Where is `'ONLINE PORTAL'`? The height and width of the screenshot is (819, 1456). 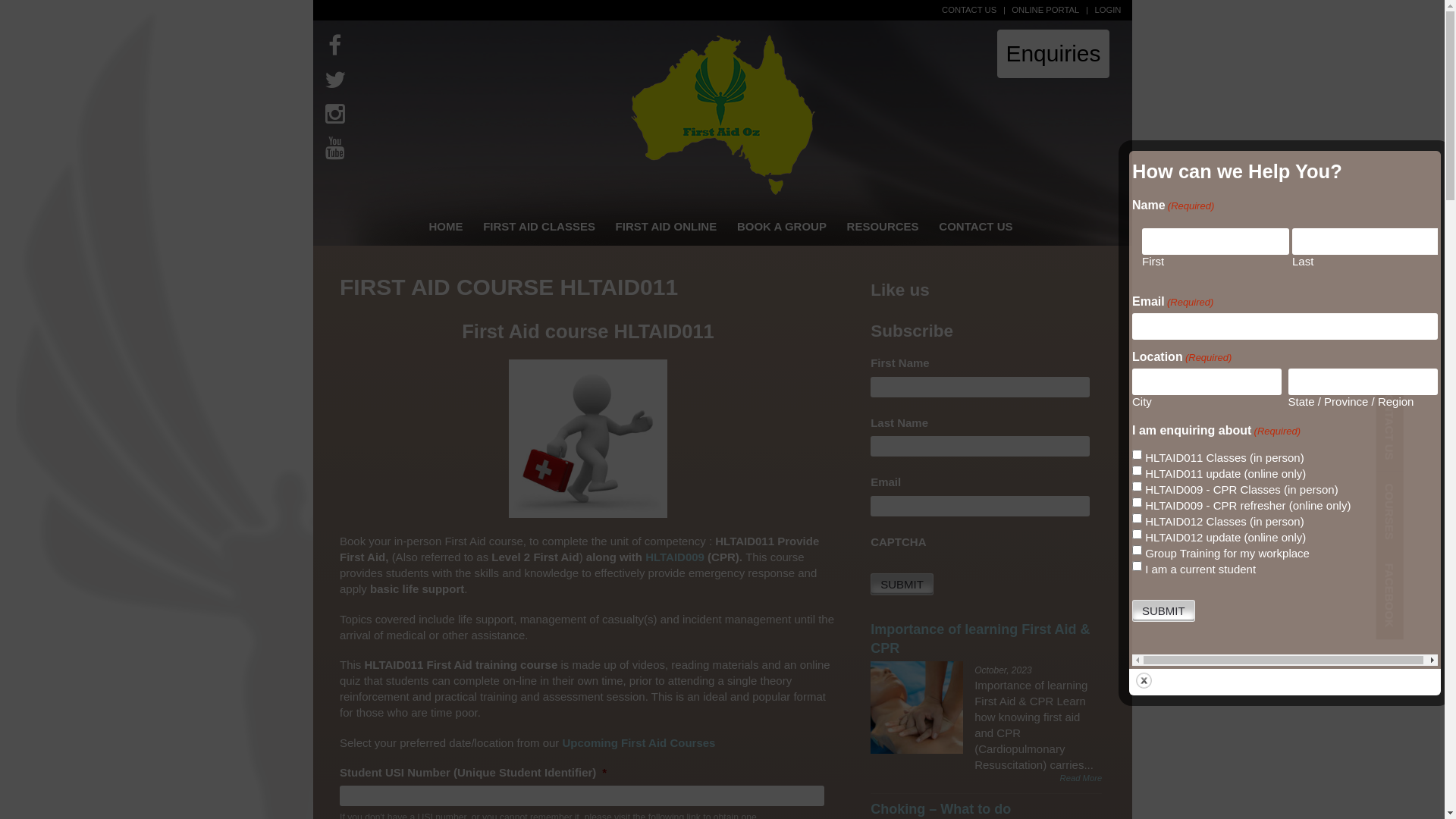 'ONLINE PORTAL' is located at coordinates (1041, 9).